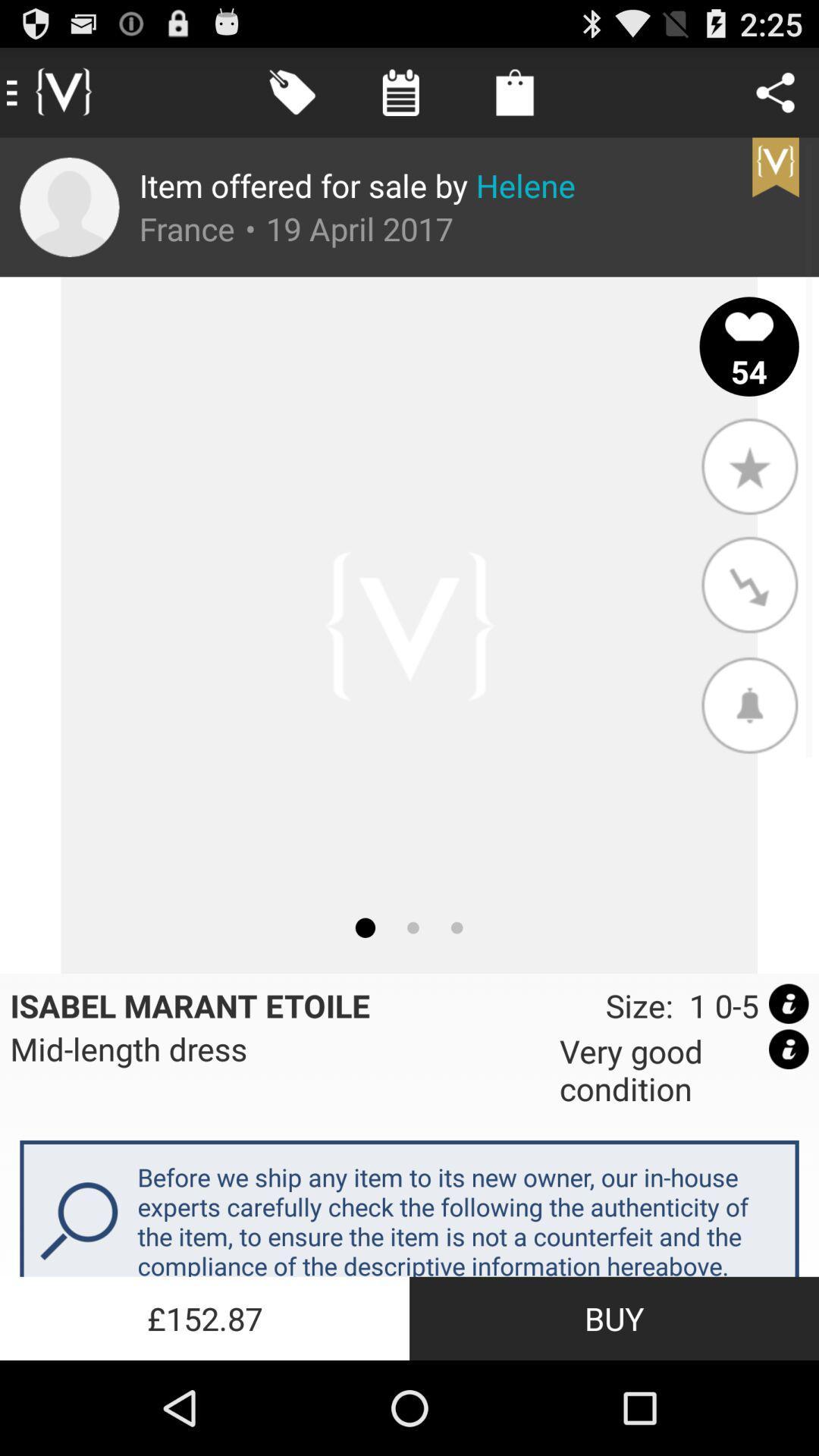  Describe the element at coordinates (748, 498) in the screenshot. I see `the star icon` at that location.